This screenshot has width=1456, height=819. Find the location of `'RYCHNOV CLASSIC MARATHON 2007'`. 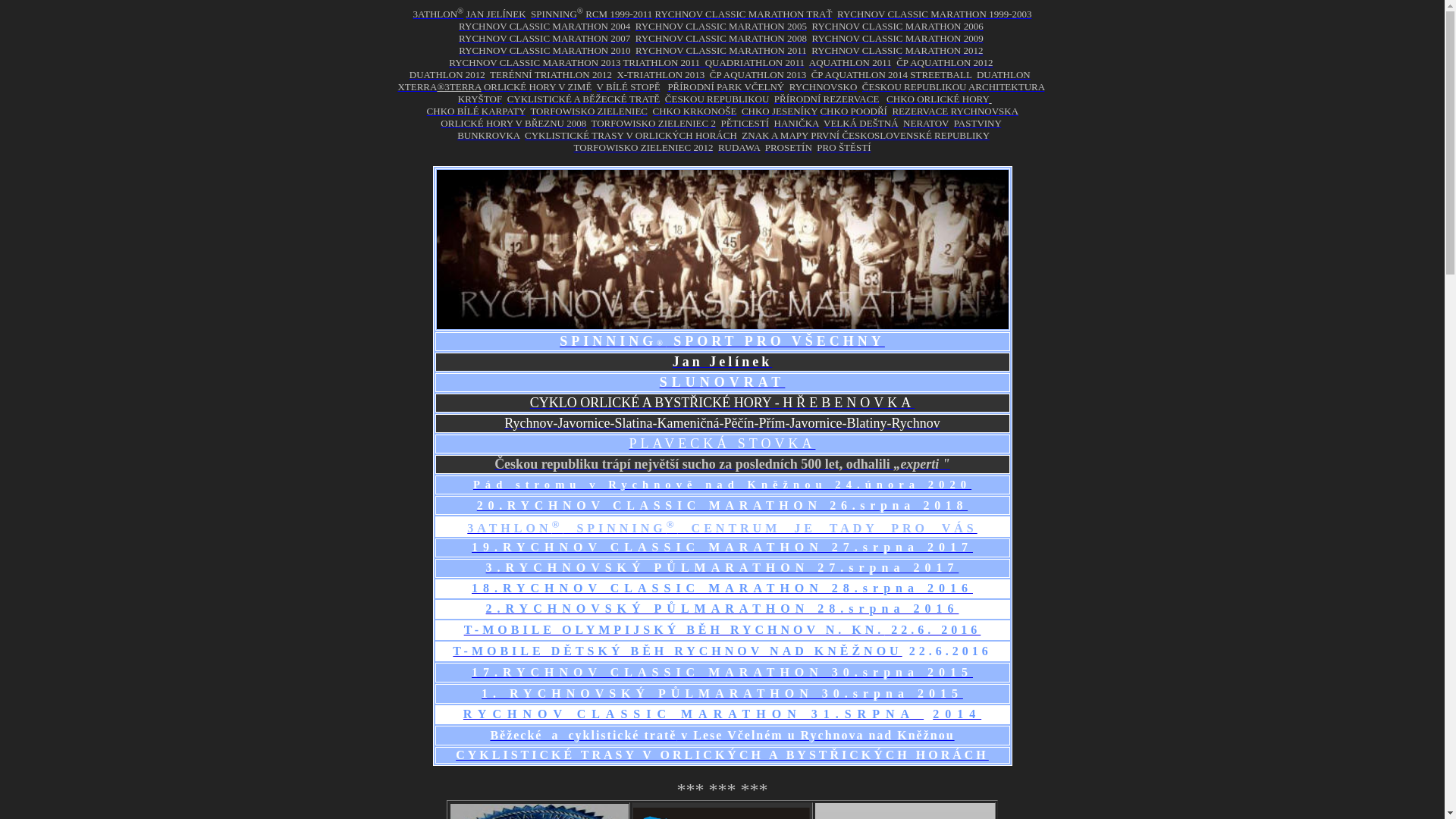

'RYCHNOV CLASSIC MARATHON 2007' is located at coordinates (544, 37).